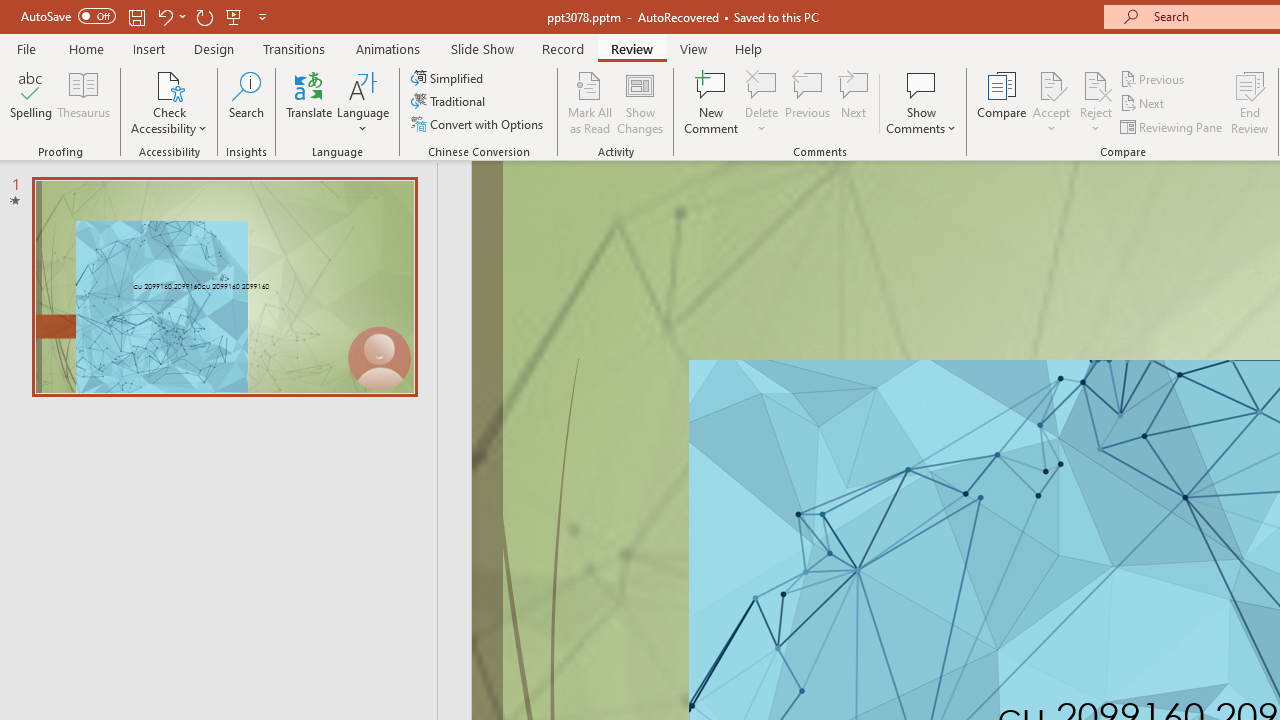 The height and width of the screenshot is (720, 1280). Describe the element at coordinates (1153, 78) in the screenshot. I see `'Previous'` at that location.